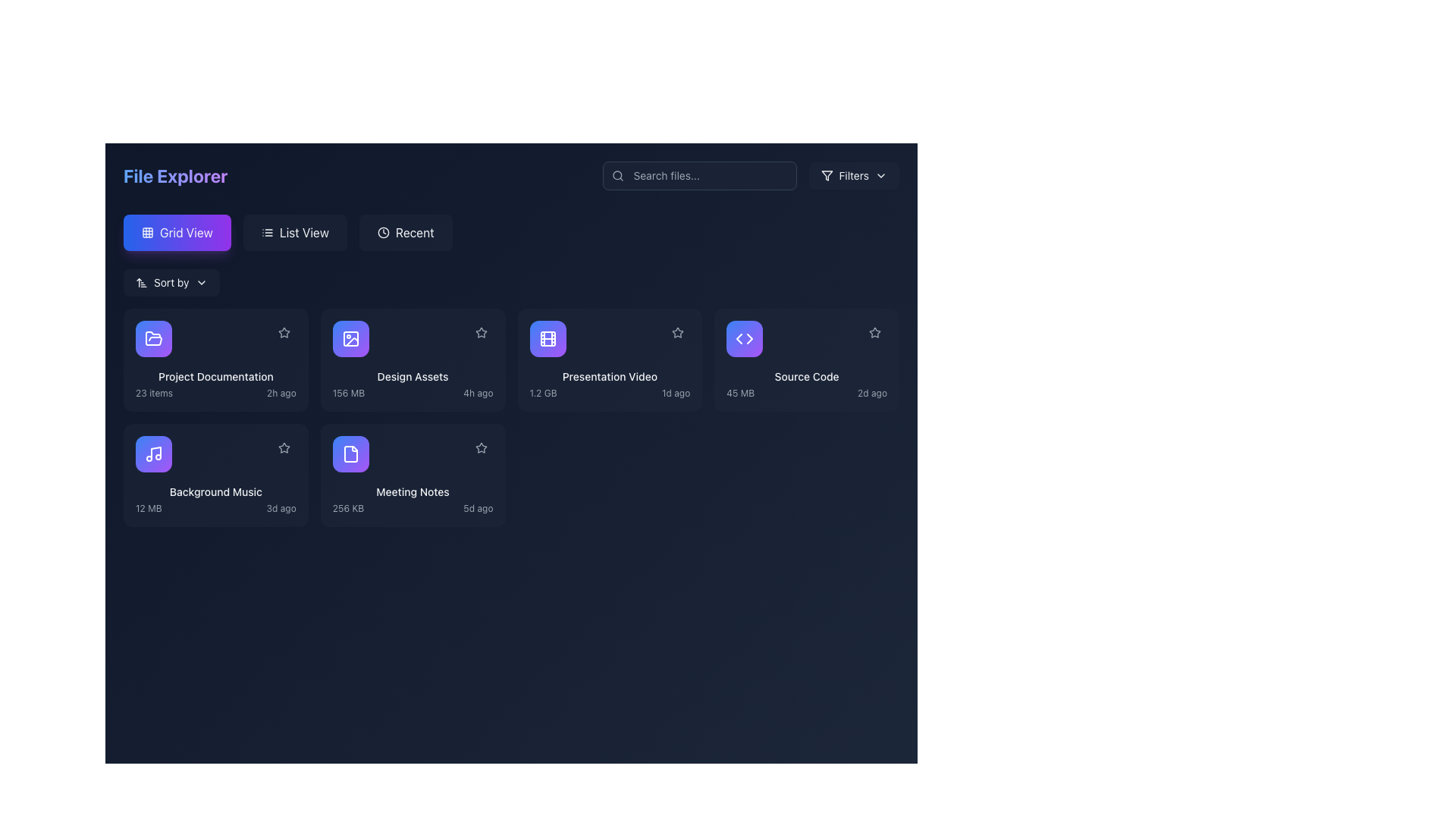 The width and height of the screenshot is (1456, 819). Describe the element at coordinates (267, 233) in the screenshot. I see `the 'List View' icon in the File Explorer to switch the display mode to a list layout` at that location.